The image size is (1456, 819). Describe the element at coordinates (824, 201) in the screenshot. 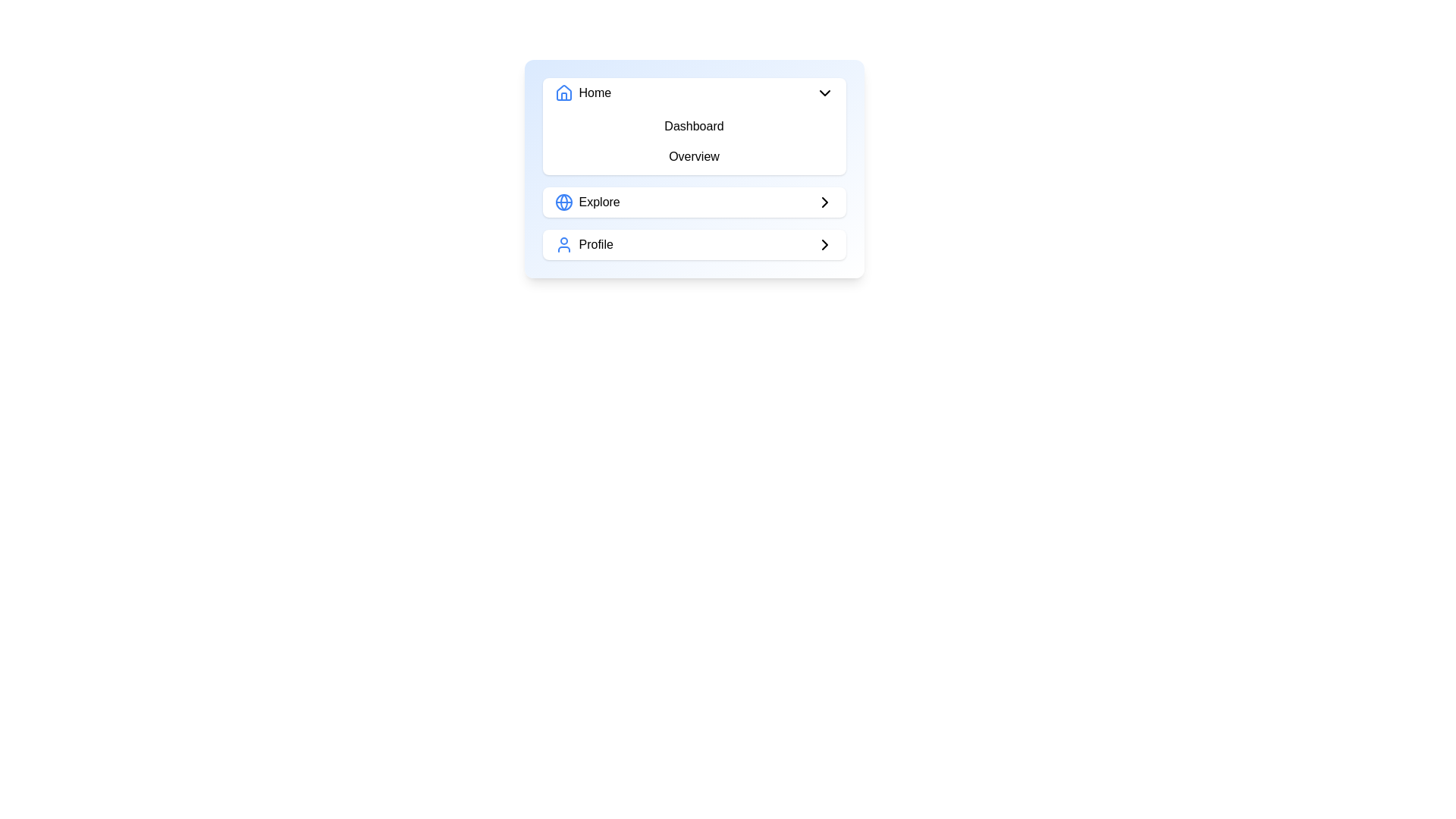

I see `the rightward-pointing chevron icon adjacent to the 'Explore' text` at that location.